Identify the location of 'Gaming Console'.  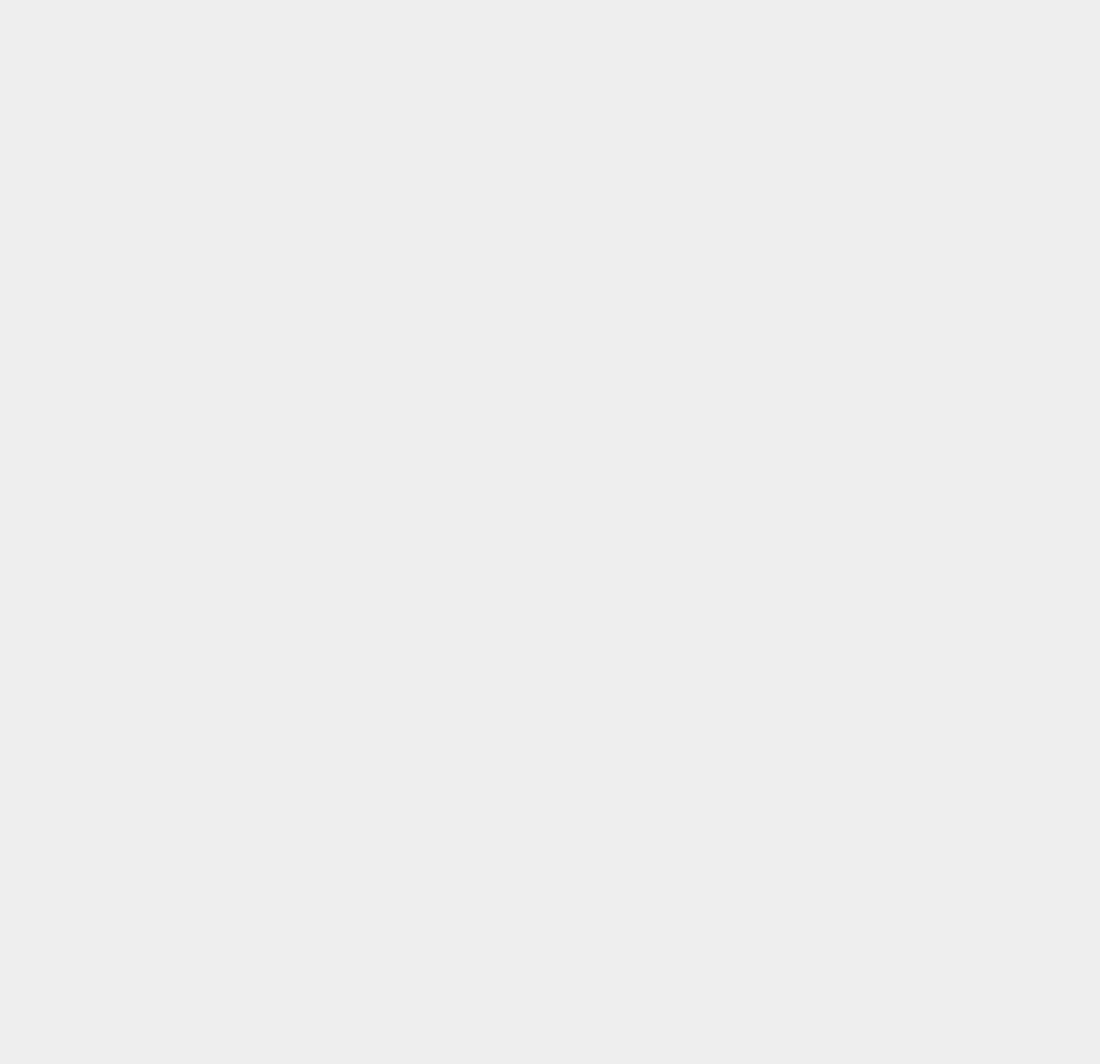
(827, 344).